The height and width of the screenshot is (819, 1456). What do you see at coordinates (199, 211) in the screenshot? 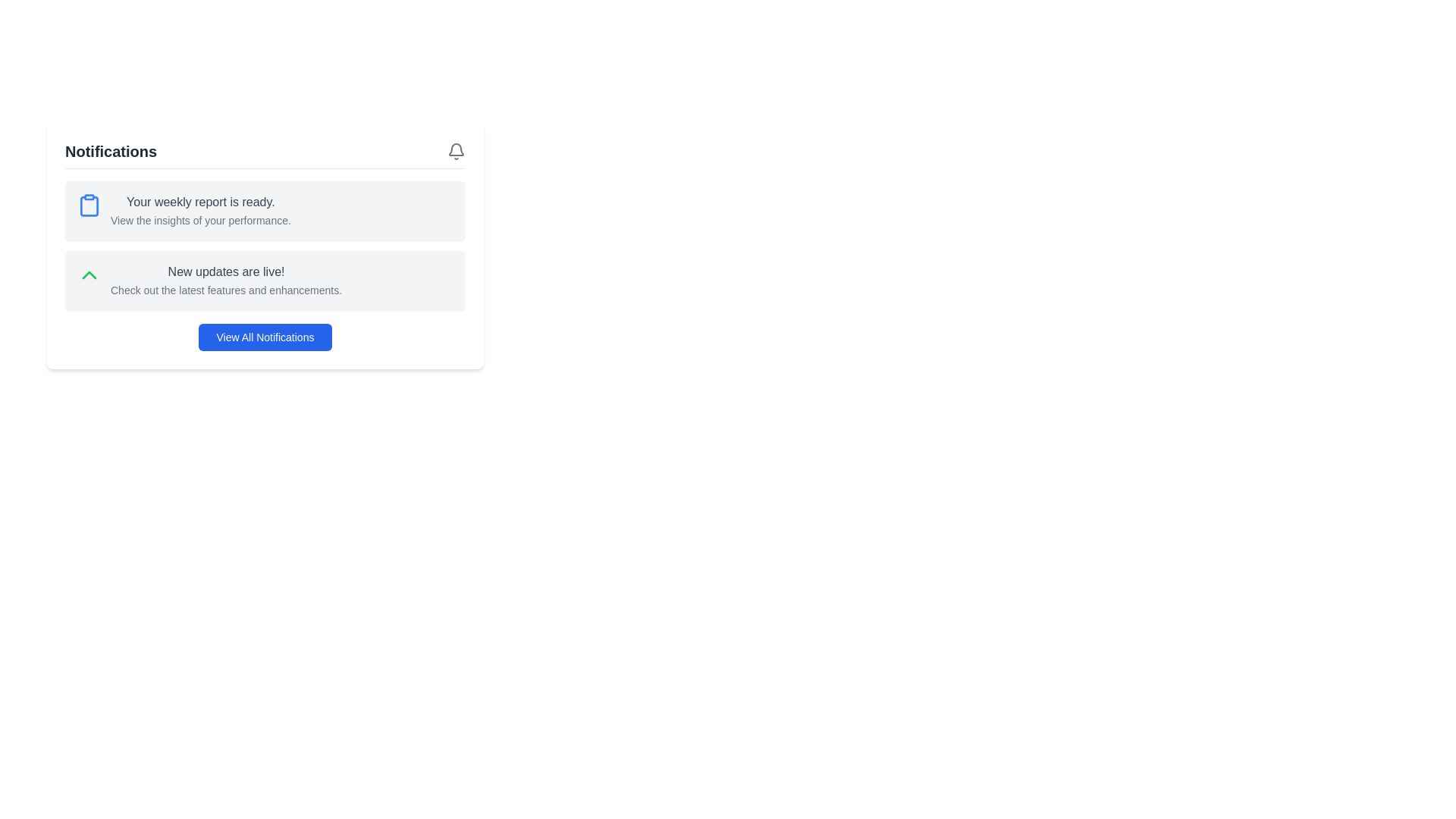
I see `the text block that communicates the availability of a weekly performance report` at bounding box center [199, 211].